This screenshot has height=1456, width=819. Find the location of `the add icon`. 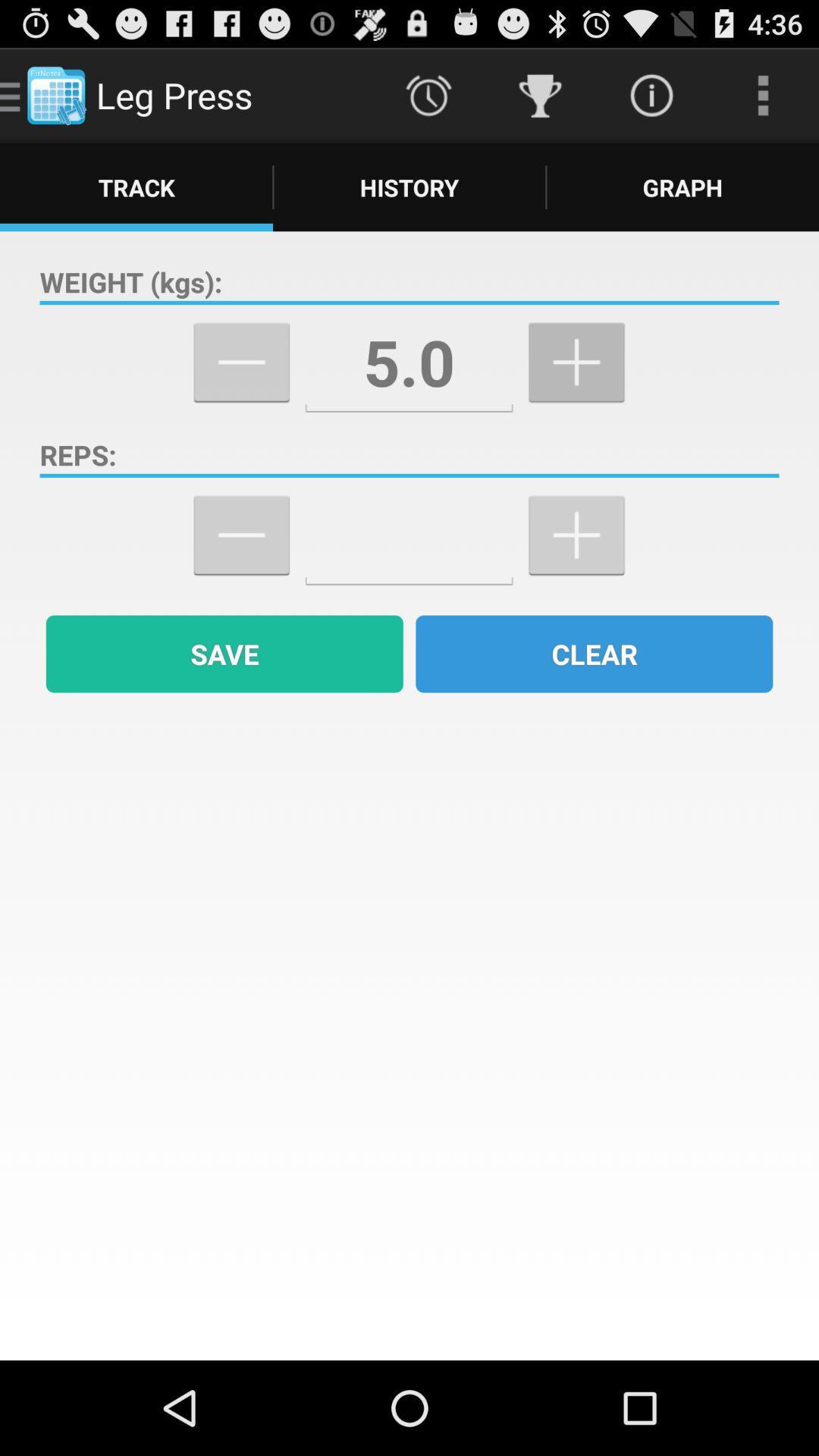

the add icon is located at coordinates (576, 572).